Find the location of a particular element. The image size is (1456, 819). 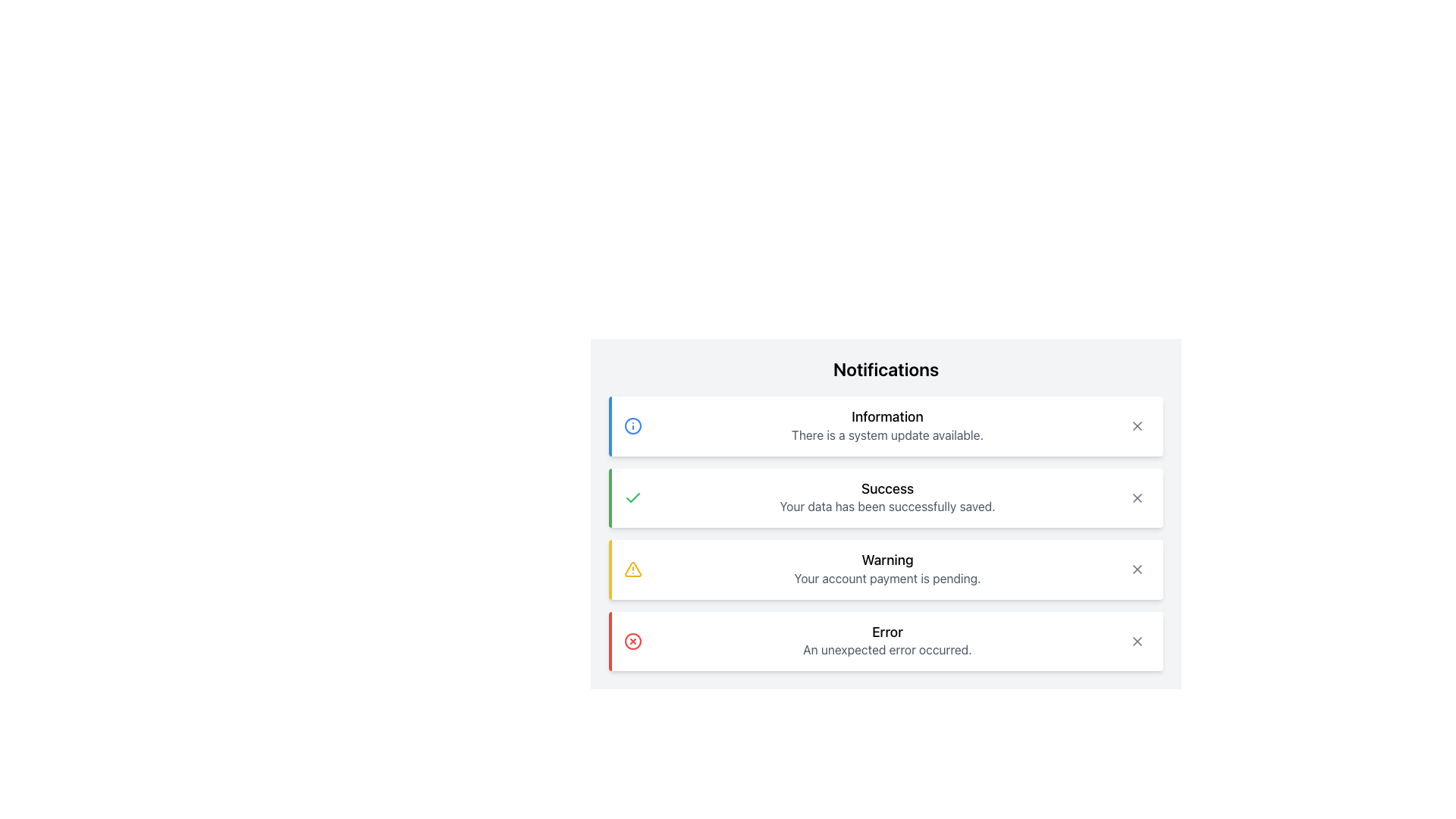

the Notification Box that has a red left border, a white background, contains a red circular icon with an 'X', and displays the title 'Error' and the message 'An unexpected error occurred.' is located at coordinates (886, 641).